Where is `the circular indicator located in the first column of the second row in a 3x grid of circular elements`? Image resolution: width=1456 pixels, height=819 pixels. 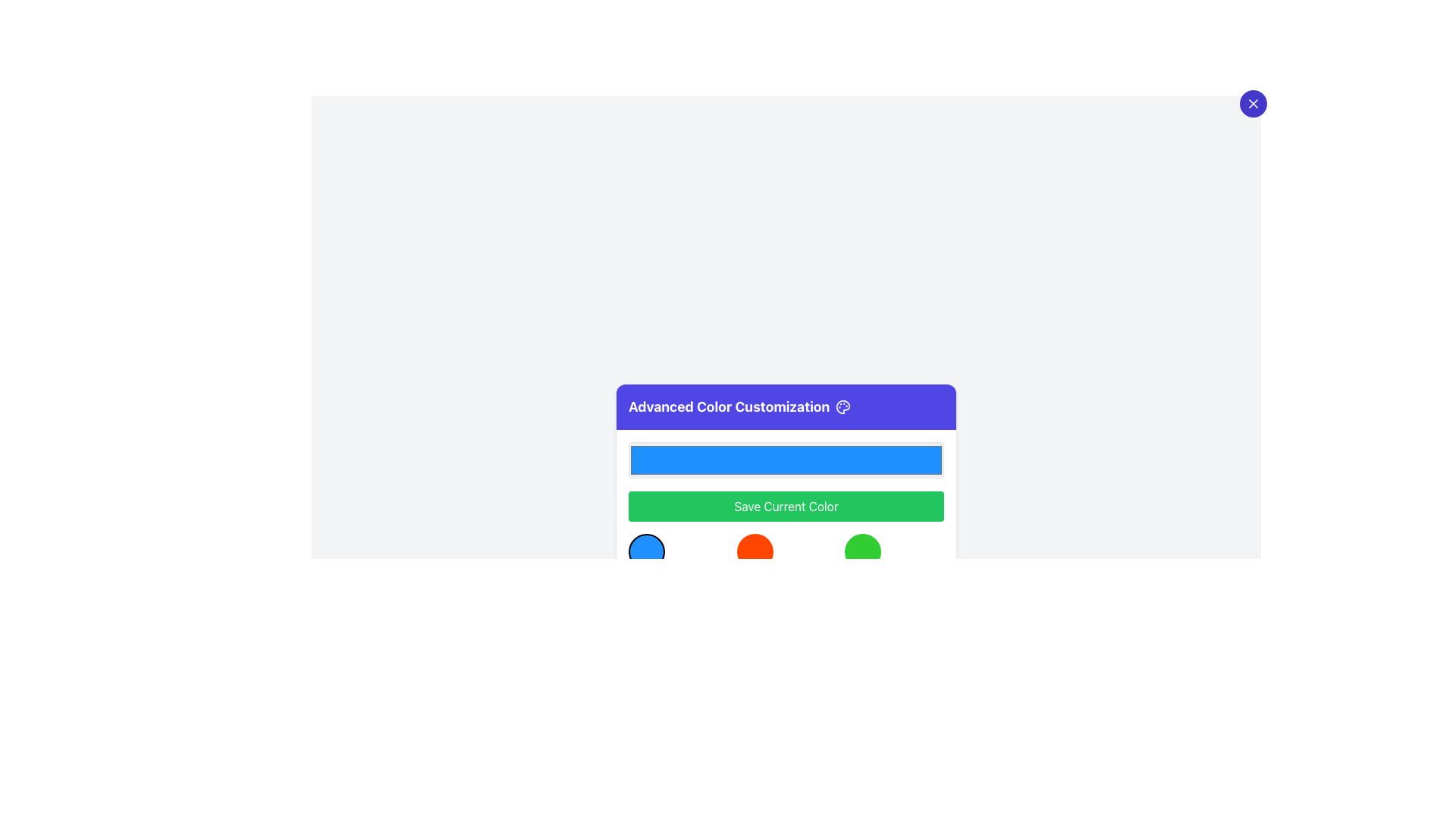 the circular indicator located in the first column of the second row in a 3x grid of circular elements is located at coordinates (647, 596).